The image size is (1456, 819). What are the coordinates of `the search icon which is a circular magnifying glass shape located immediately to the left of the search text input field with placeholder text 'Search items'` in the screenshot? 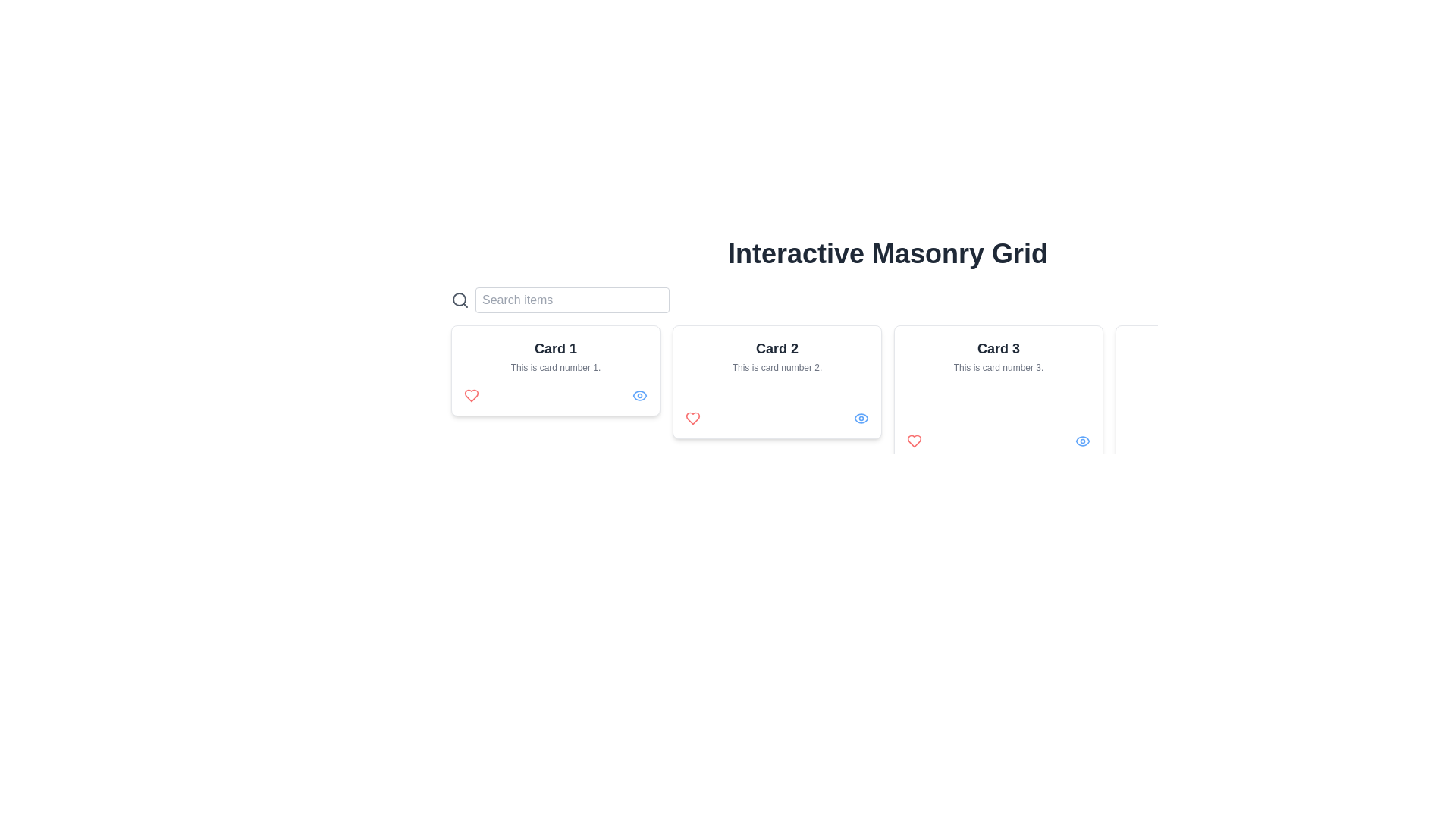 It's located at (459, 300).